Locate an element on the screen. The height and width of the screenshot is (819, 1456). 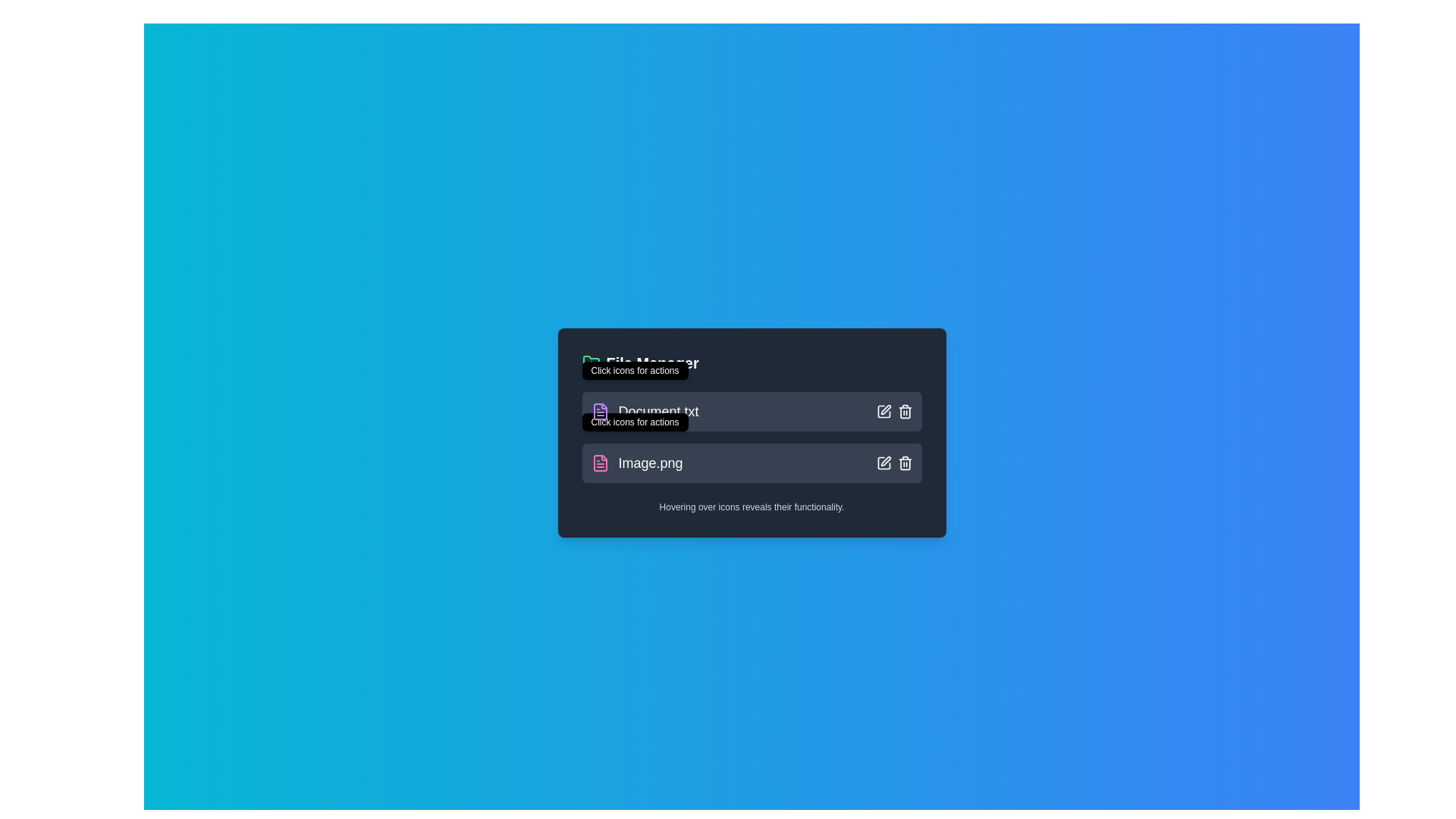
the edit icon is located at coordinates (884, 460).